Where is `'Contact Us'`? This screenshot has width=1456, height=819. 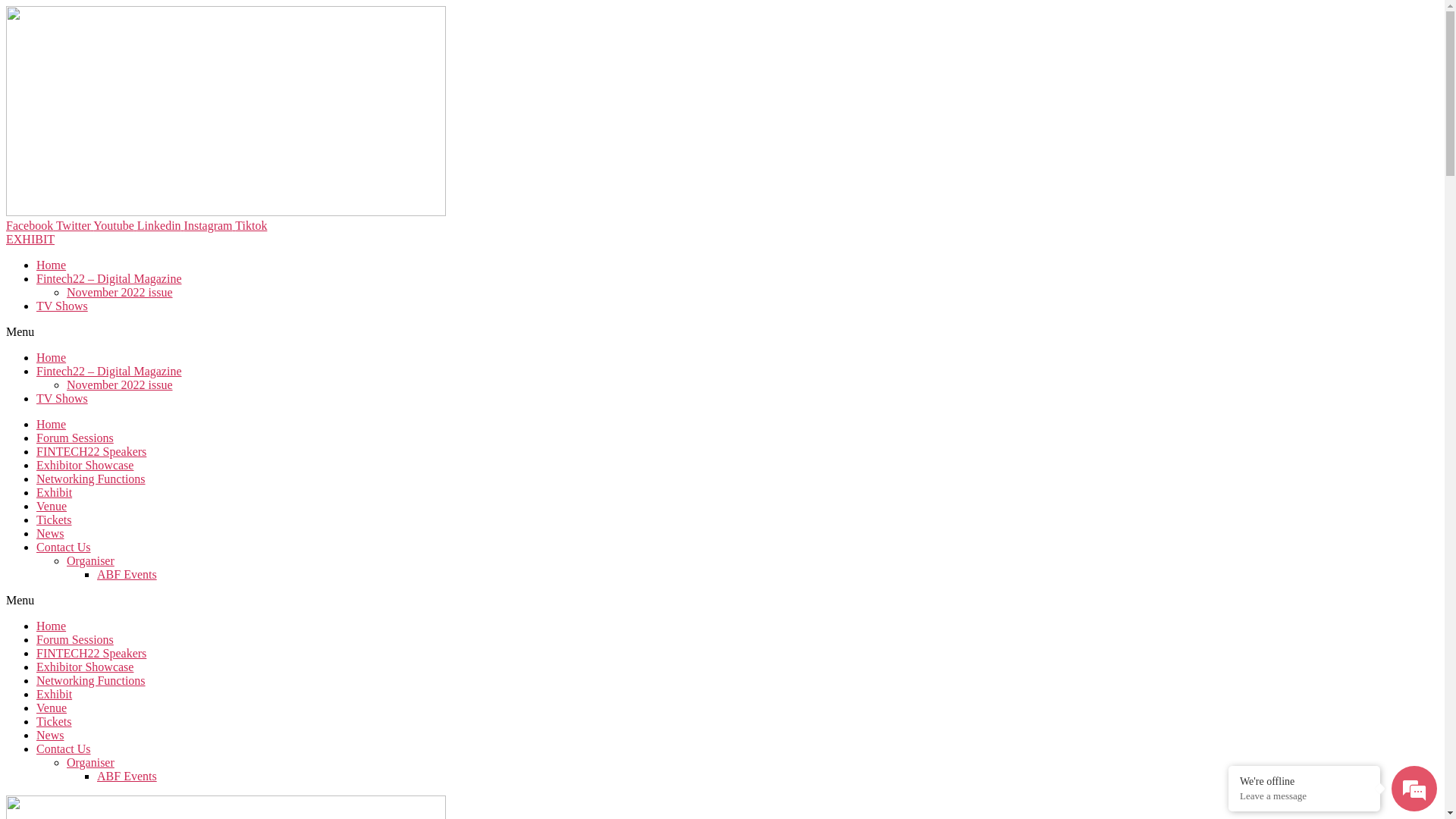
'Contact Us' is located at coordinates (62, 748).